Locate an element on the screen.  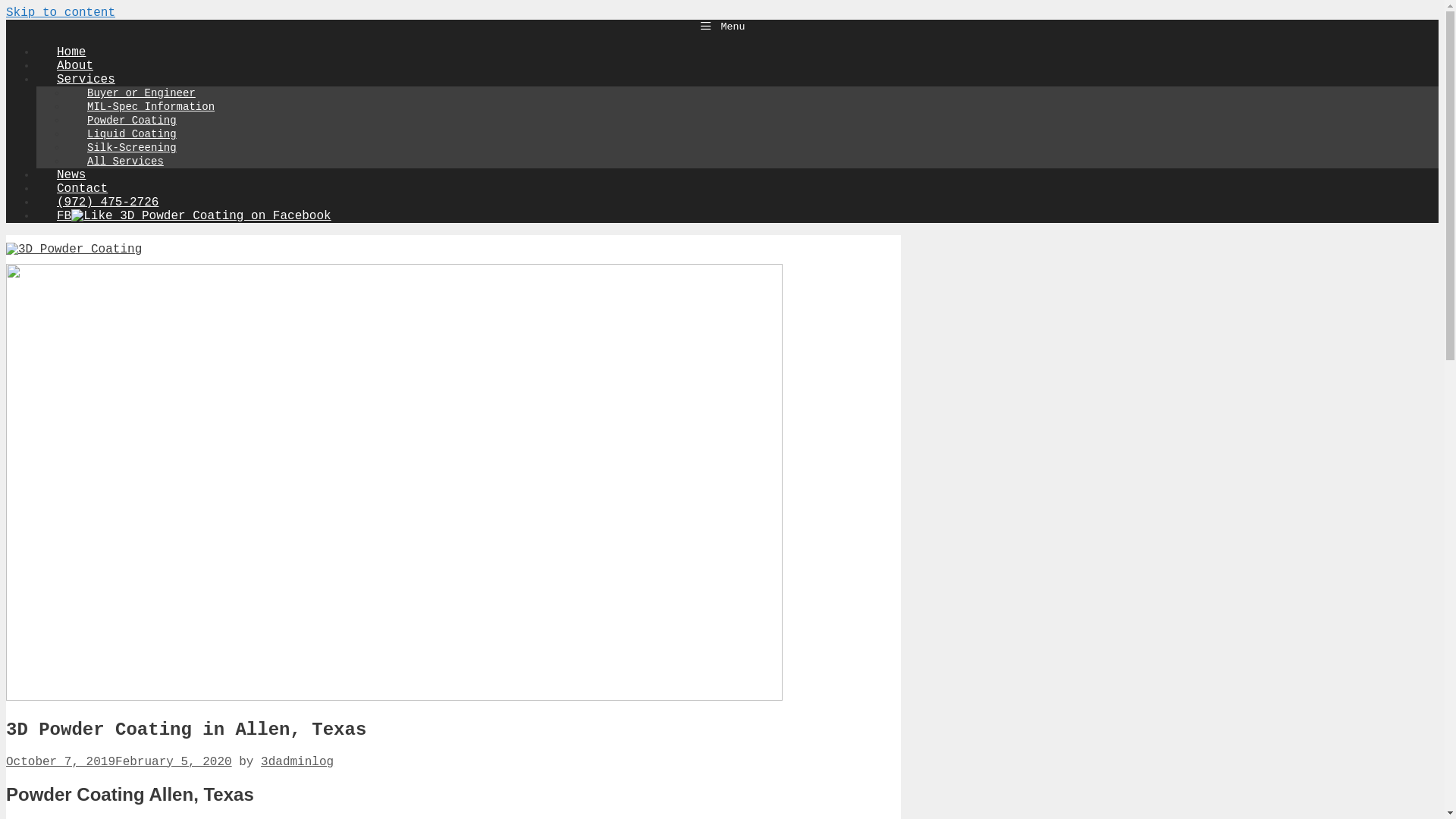
'MIL-Spec Information' is located at coordinates (150, 106).